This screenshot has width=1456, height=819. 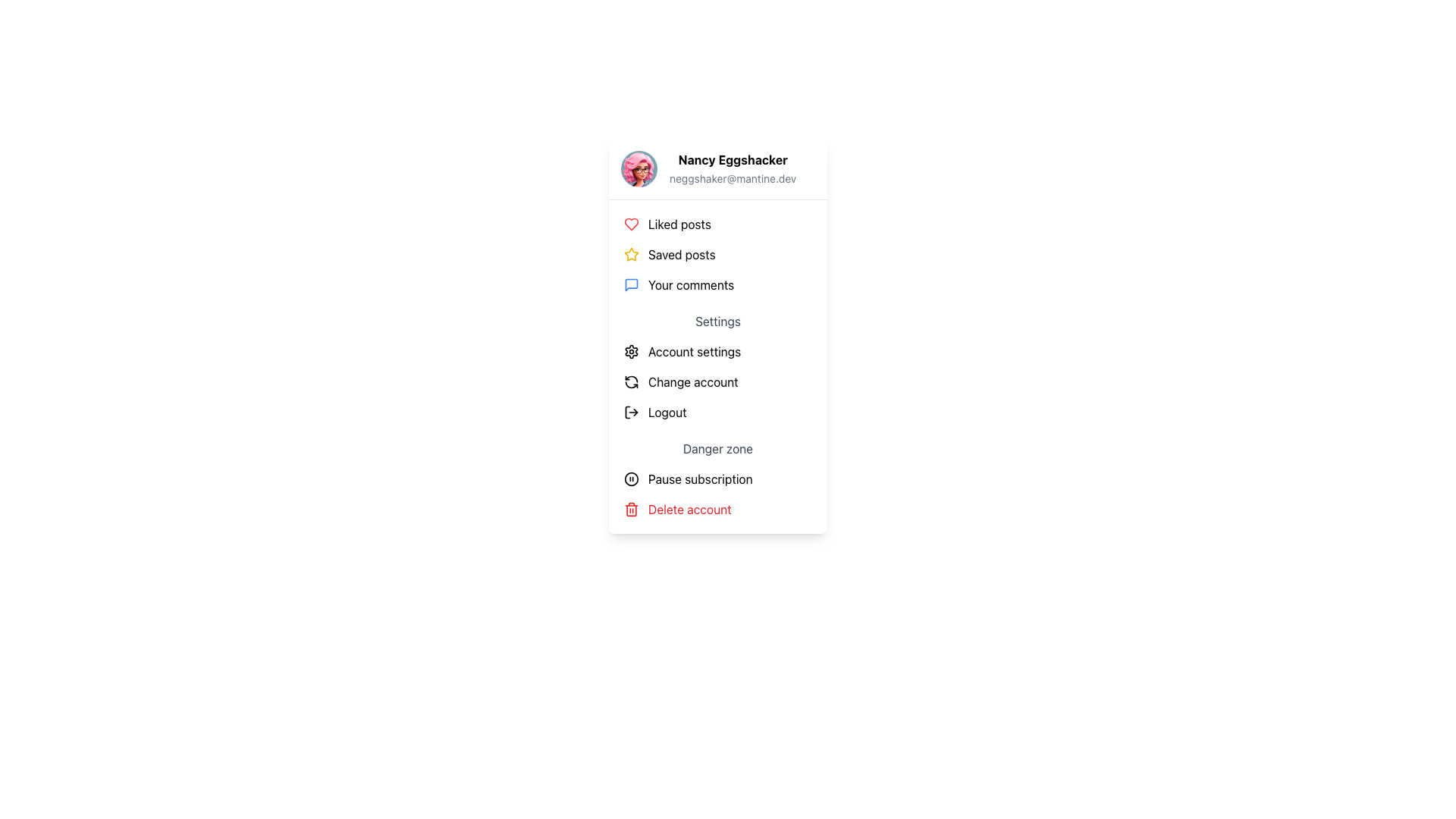 I want to click on the second button in the 'Danger zone' section, so click(x=717, y=509).